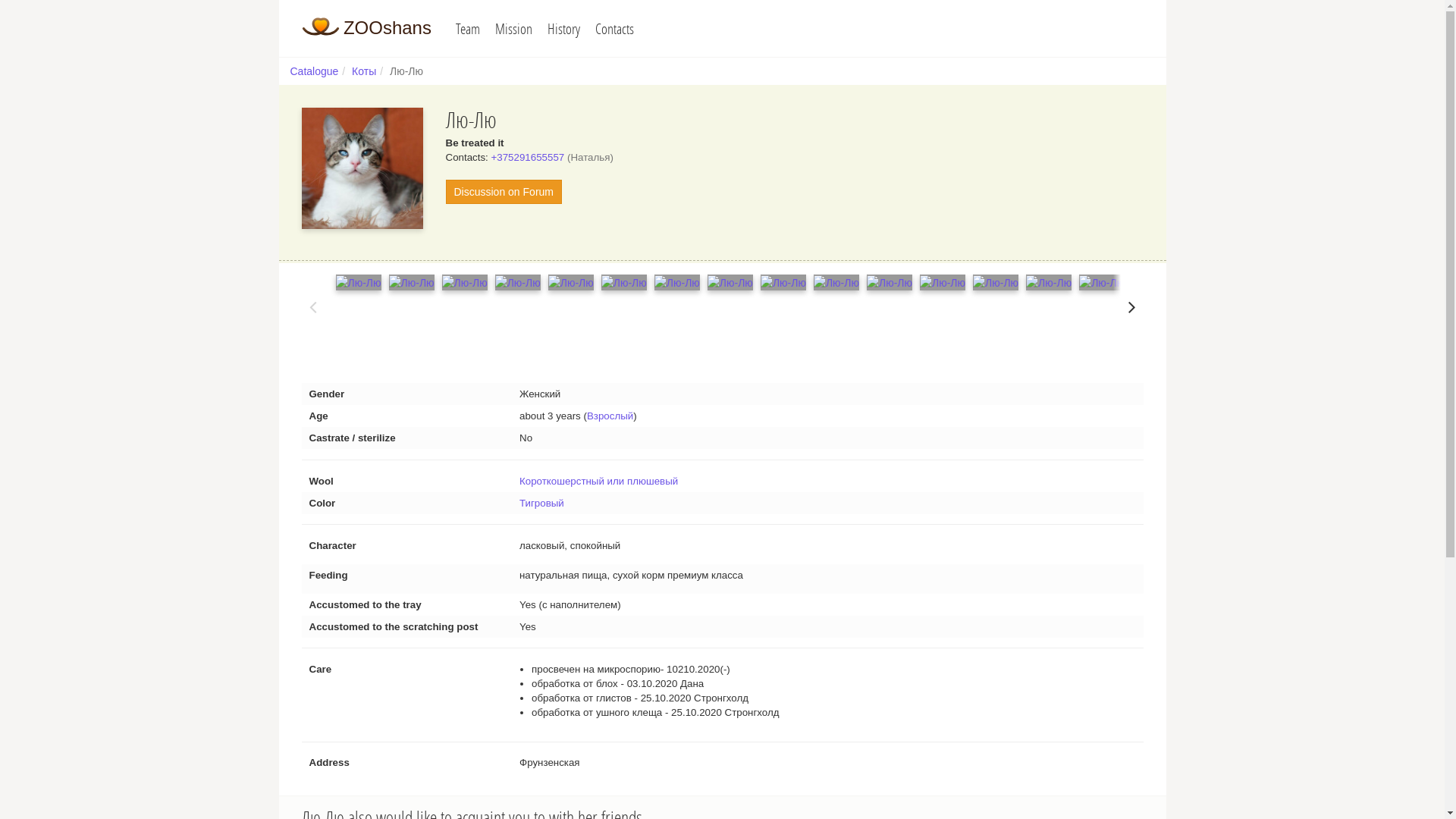 The height and width of the screenshot is (819, 1456). What do you see at coordinates (302, 27) in the screenshot?
I see `'ZOOshans'` at bounding box center [302, 27].